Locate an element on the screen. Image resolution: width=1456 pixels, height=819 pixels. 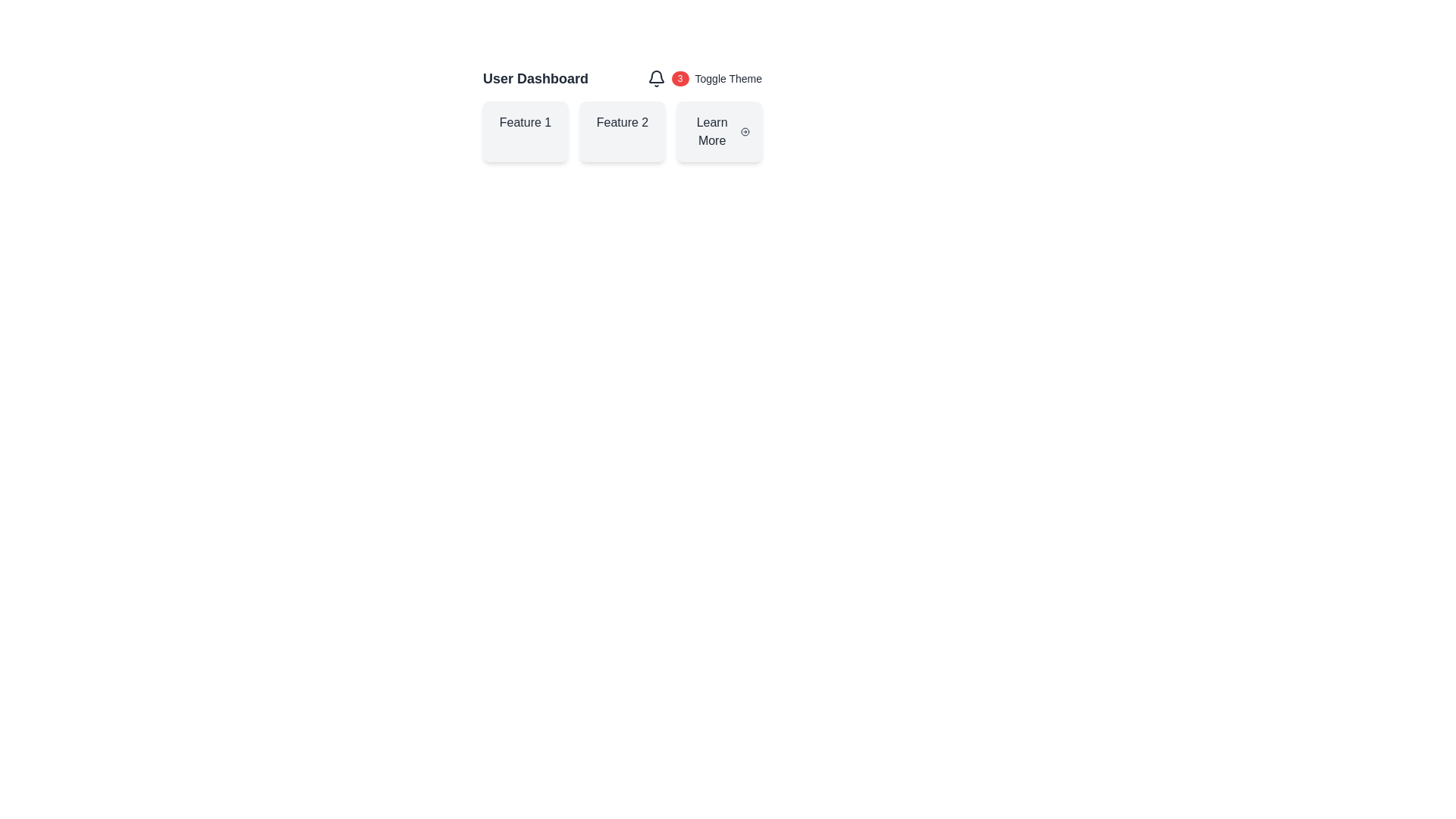
the second card in the dashboard, located below the 'User Dashboard' title, flanked by 'Feature 1' on the left and 'Learn More' on the right is located at coordinates (622, 130).